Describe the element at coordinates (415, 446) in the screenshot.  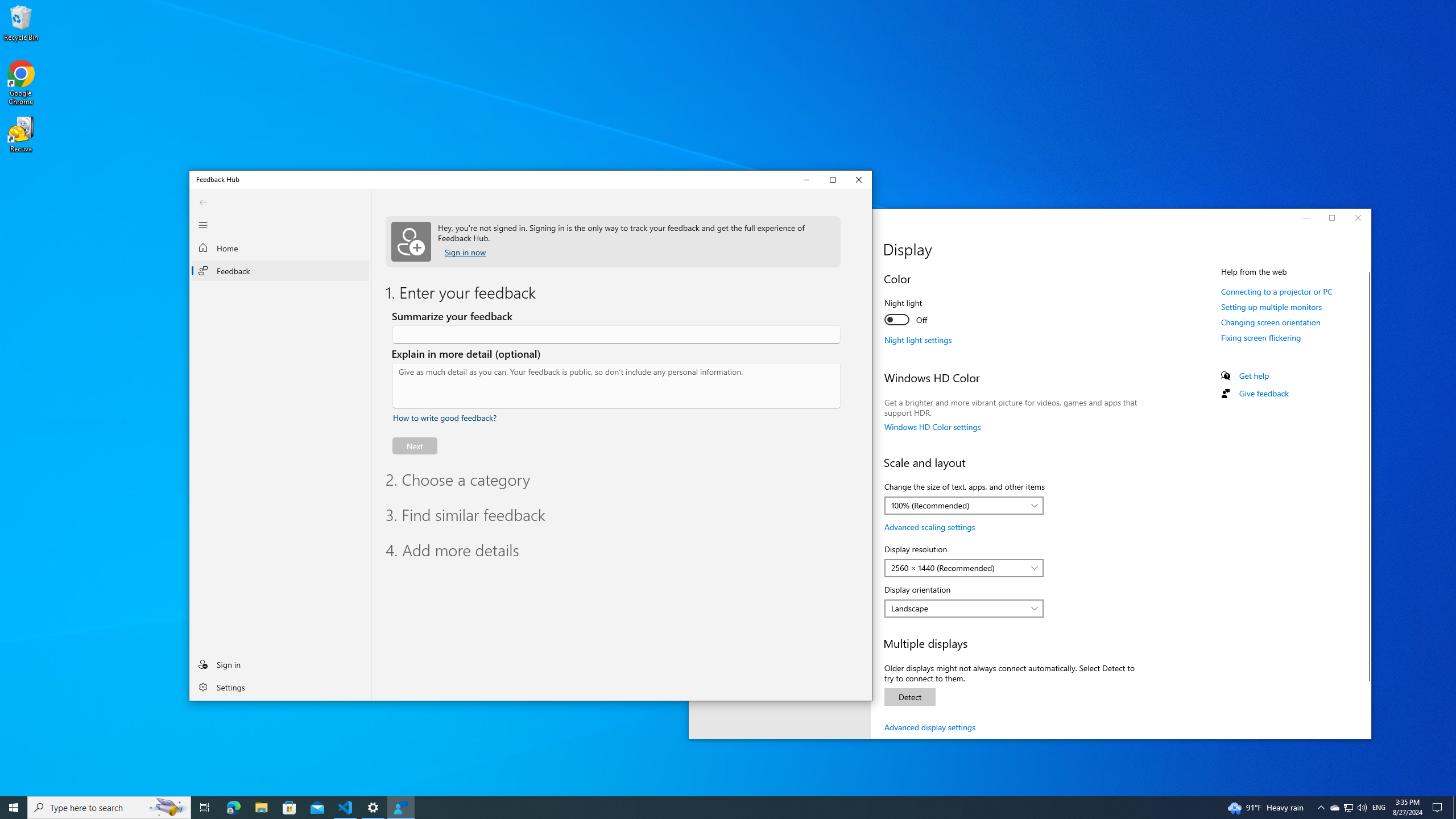
I see `'Next'` at that location.